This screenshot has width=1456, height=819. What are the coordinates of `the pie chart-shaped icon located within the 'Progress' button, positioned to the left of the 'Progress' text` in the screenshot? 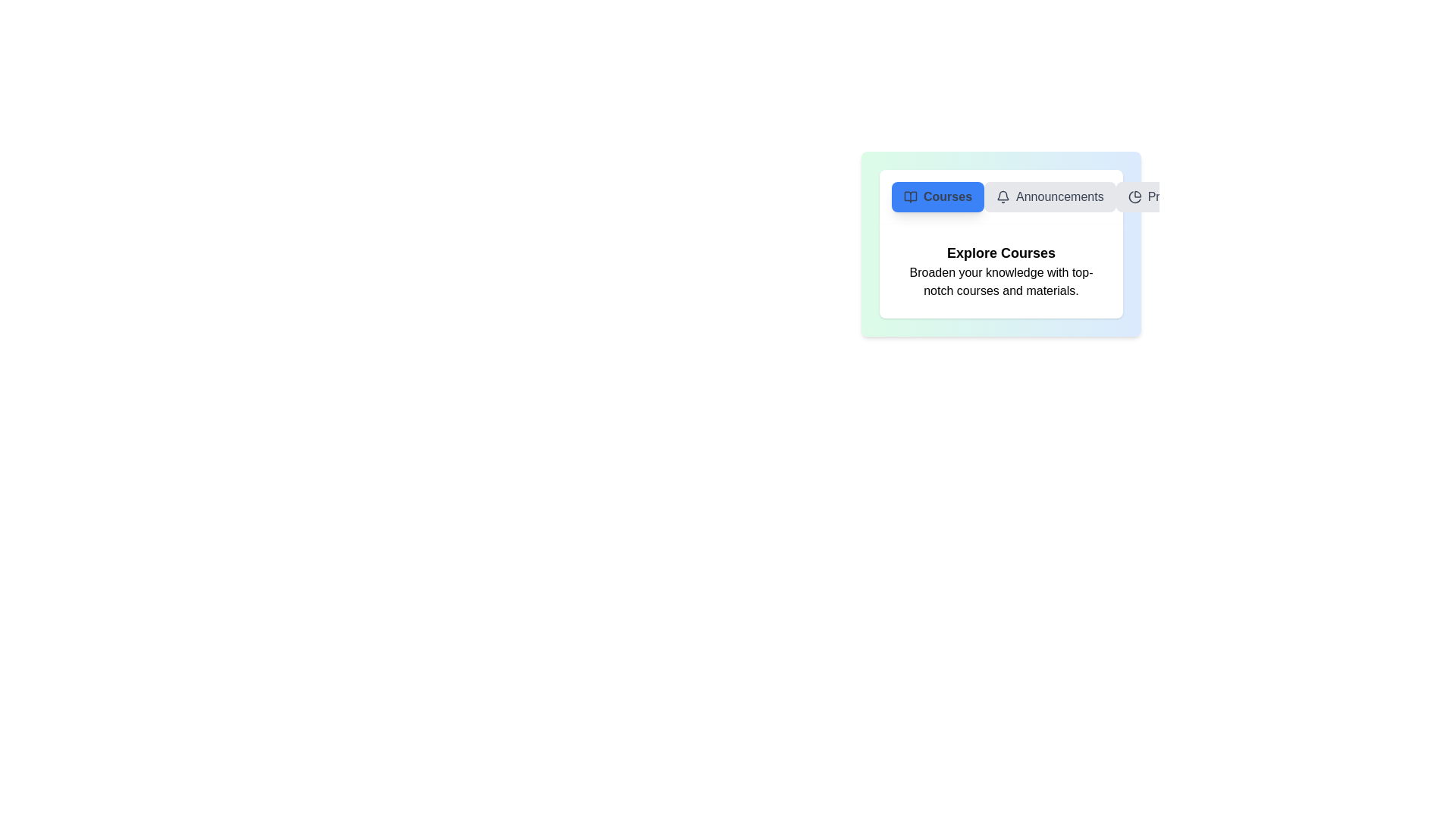 It's located at (1134, 196).